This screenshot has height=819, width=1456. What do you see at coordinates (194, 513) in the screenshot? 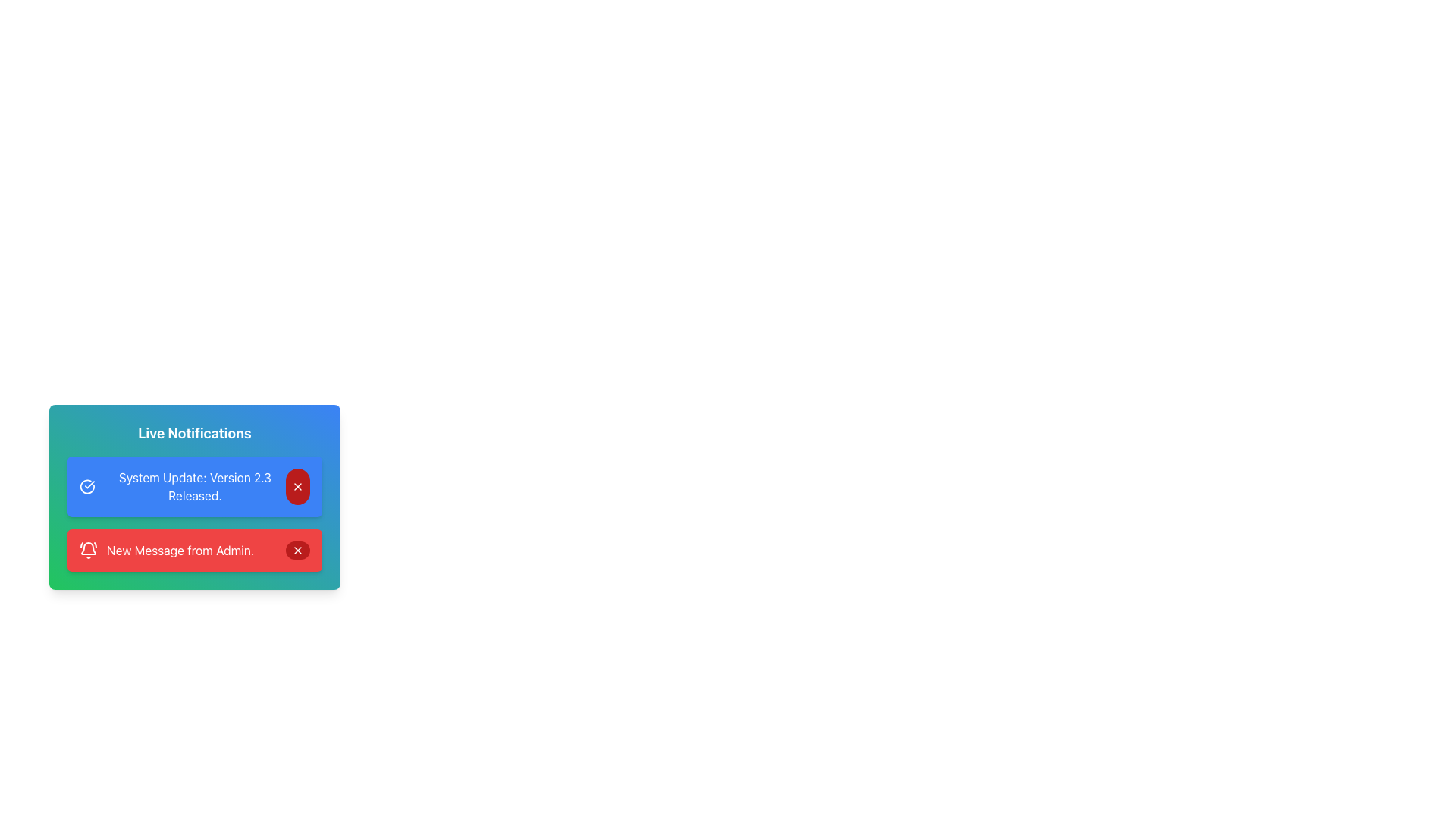
I see `the Informational Text Block displaying the notification 'System Update: Version 2.3 Released', which features a blue background and a circular checkmark icon on the left side, located in the 'Live Notifications' section` at bounding box center [194, 513].